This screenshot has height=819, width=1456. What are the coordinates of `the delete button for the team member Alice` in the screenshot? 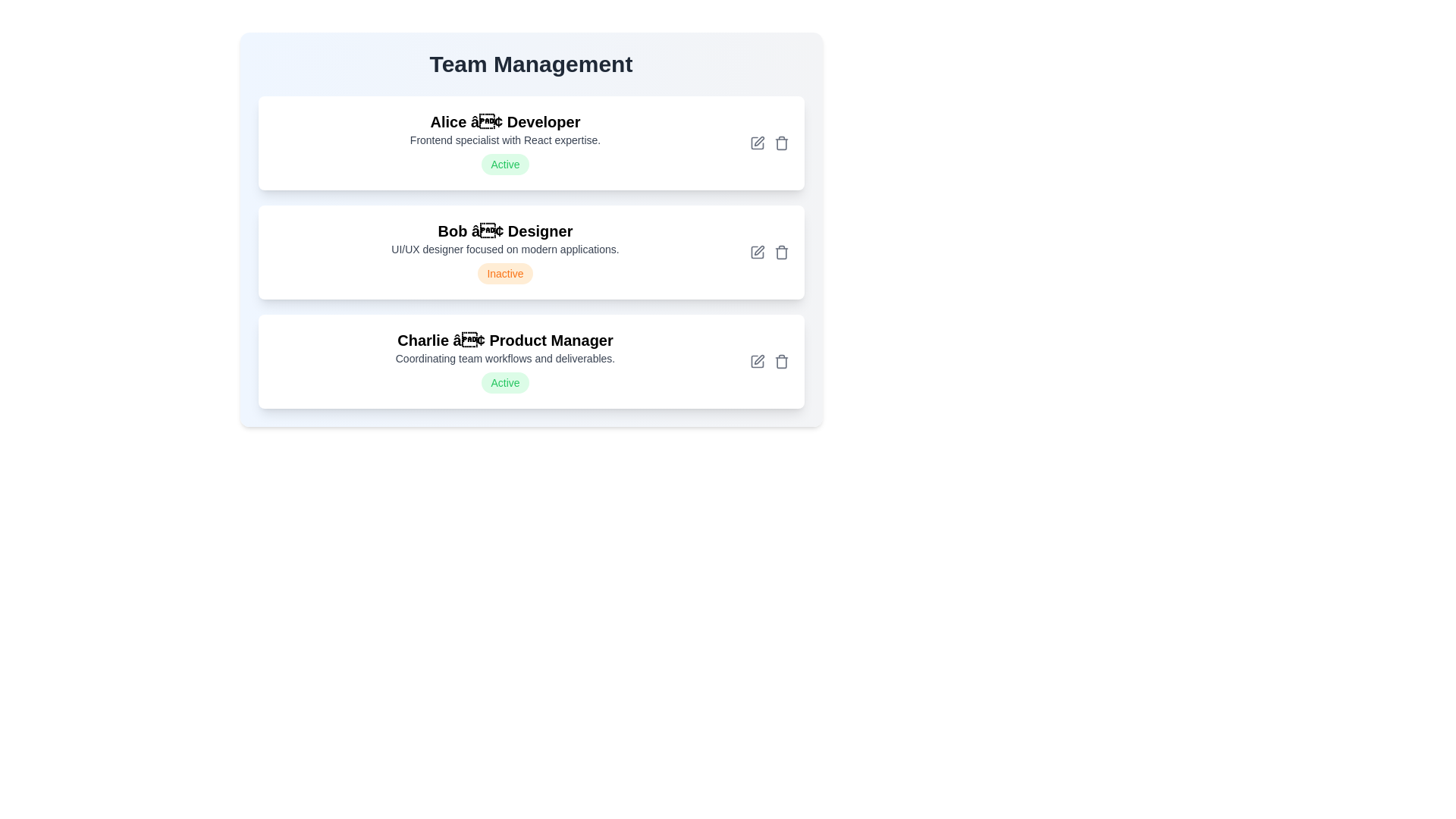 It's located at (781, 143).